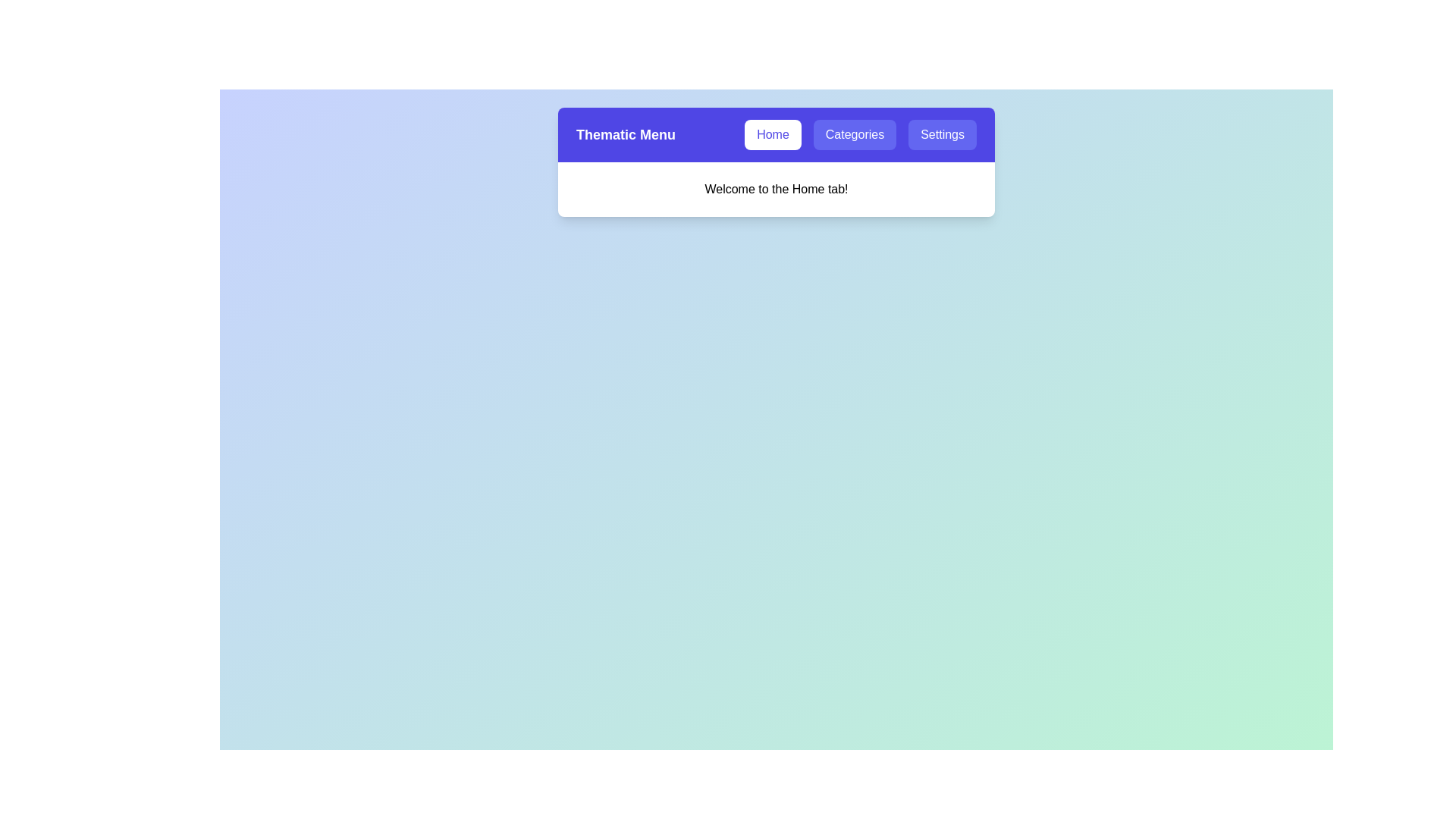 This screenshot has width=1456, height=819. I want to click on the Categories button to navigate to the corresponding tab, so click(855, 133).